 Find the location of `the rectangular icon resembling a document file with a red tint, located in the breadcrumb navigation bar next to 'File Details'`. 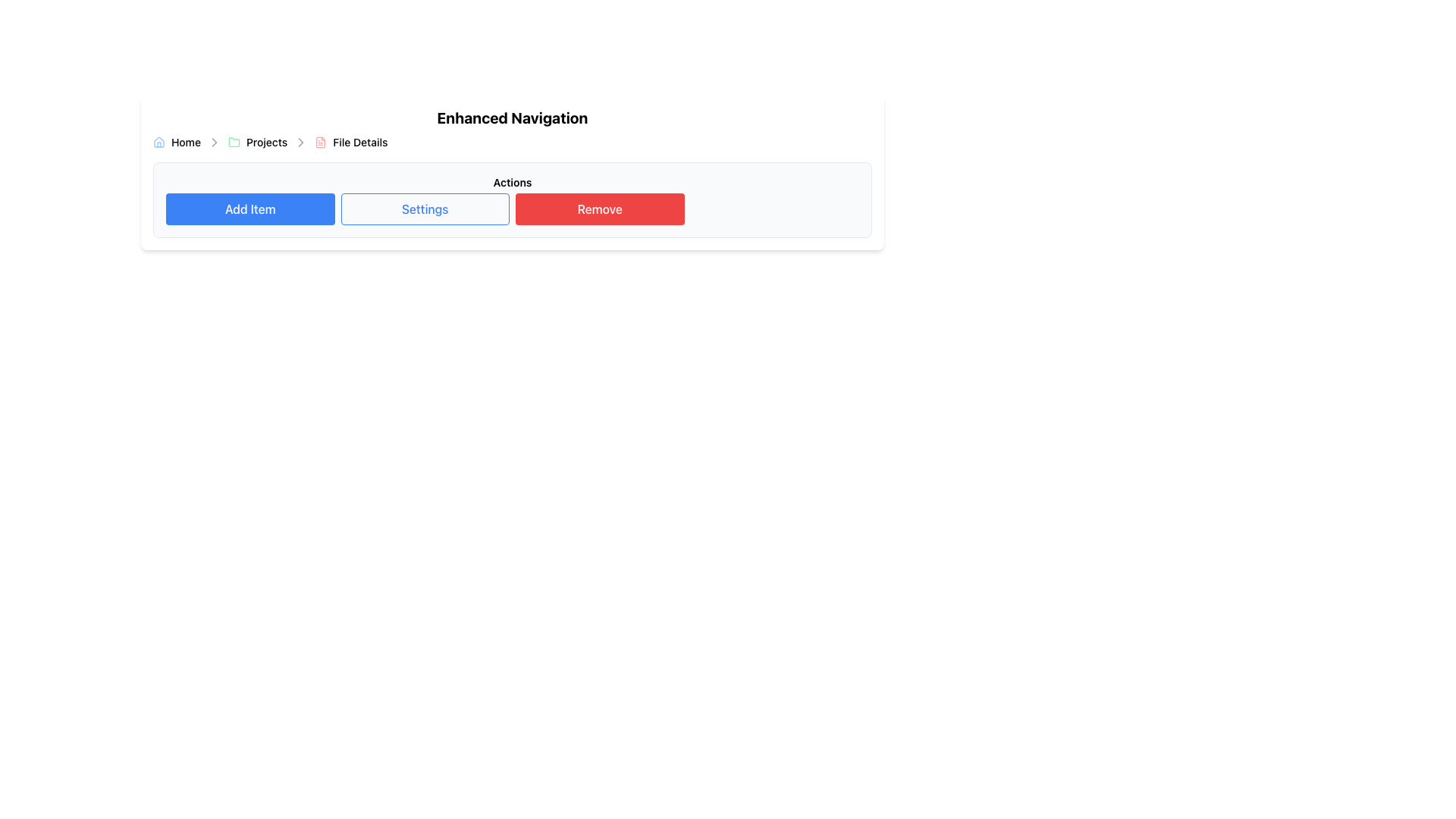

the rectangular icon resembling a document file with a red tint, located in the breadcrumb navigation bar next to 'File Details' is located at coordinates (320, 143).